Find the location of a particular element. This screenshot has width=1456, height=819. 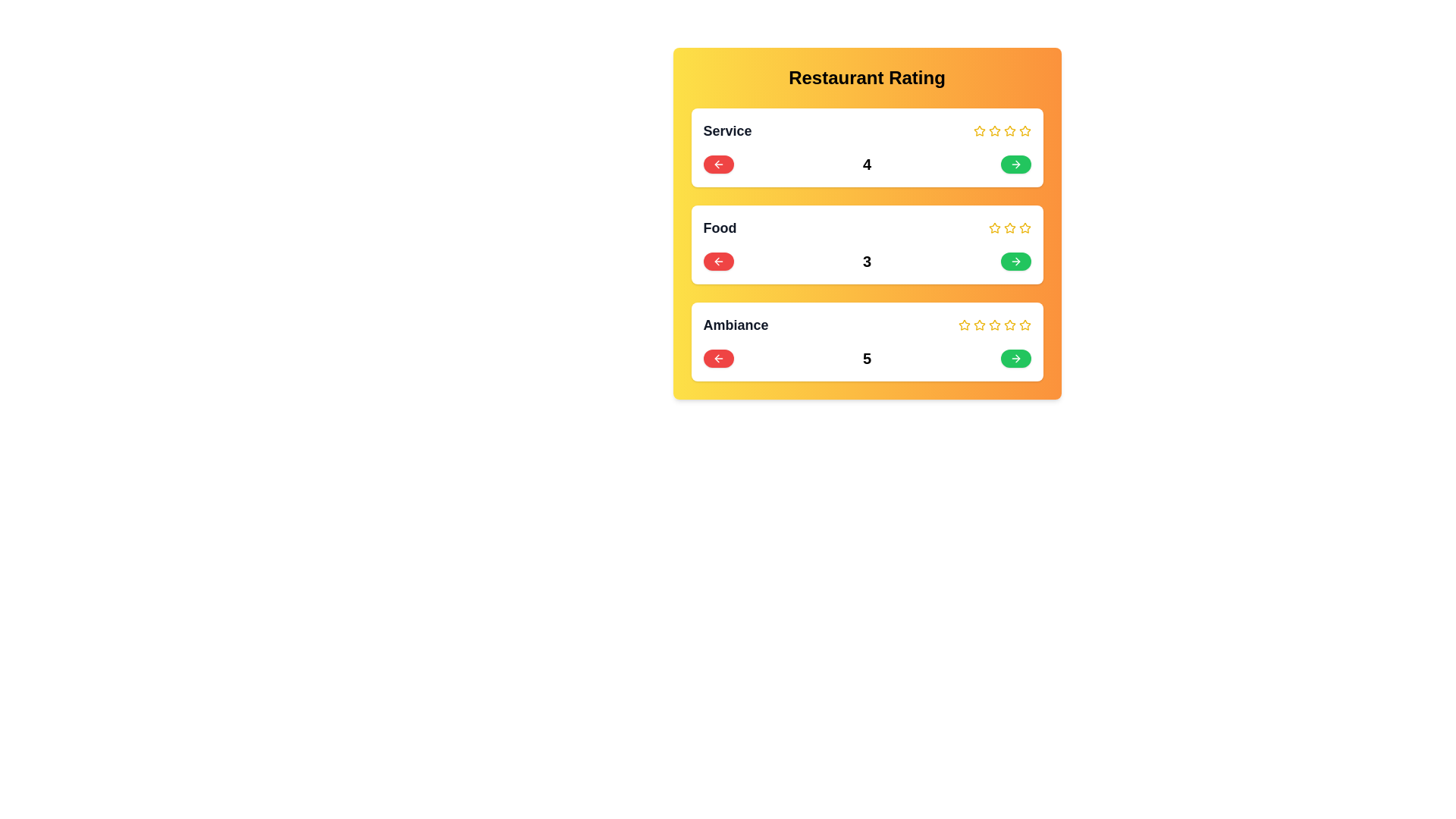

the third star icon with a yellow outline in the 'Ambiance' section of the 'Restaurant Rating' interface to interact with it is located at coordinates (979, 324).